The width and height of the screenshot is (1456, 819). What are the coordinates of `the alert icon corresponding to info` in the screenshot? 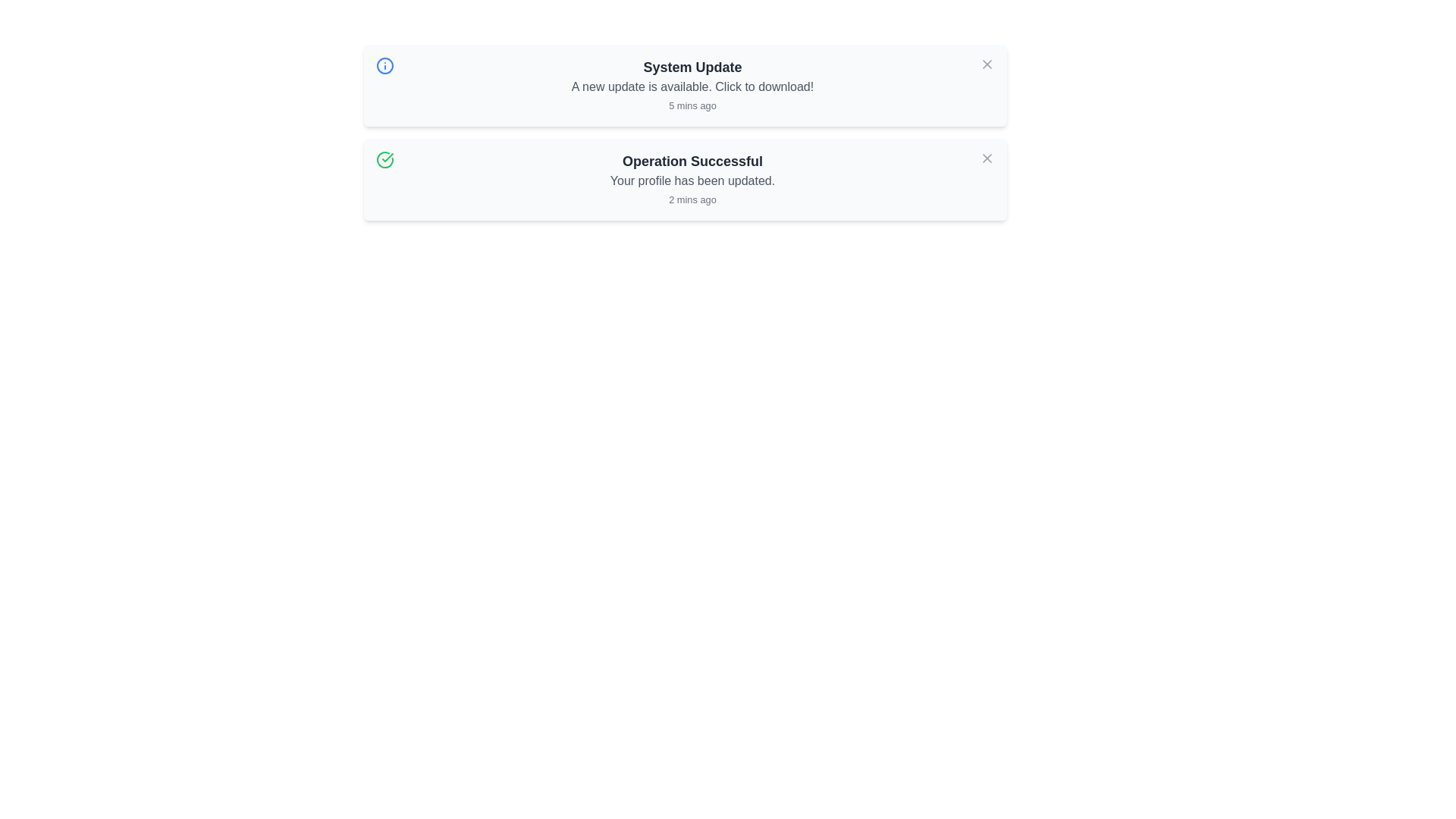 It's located at (384, 65).